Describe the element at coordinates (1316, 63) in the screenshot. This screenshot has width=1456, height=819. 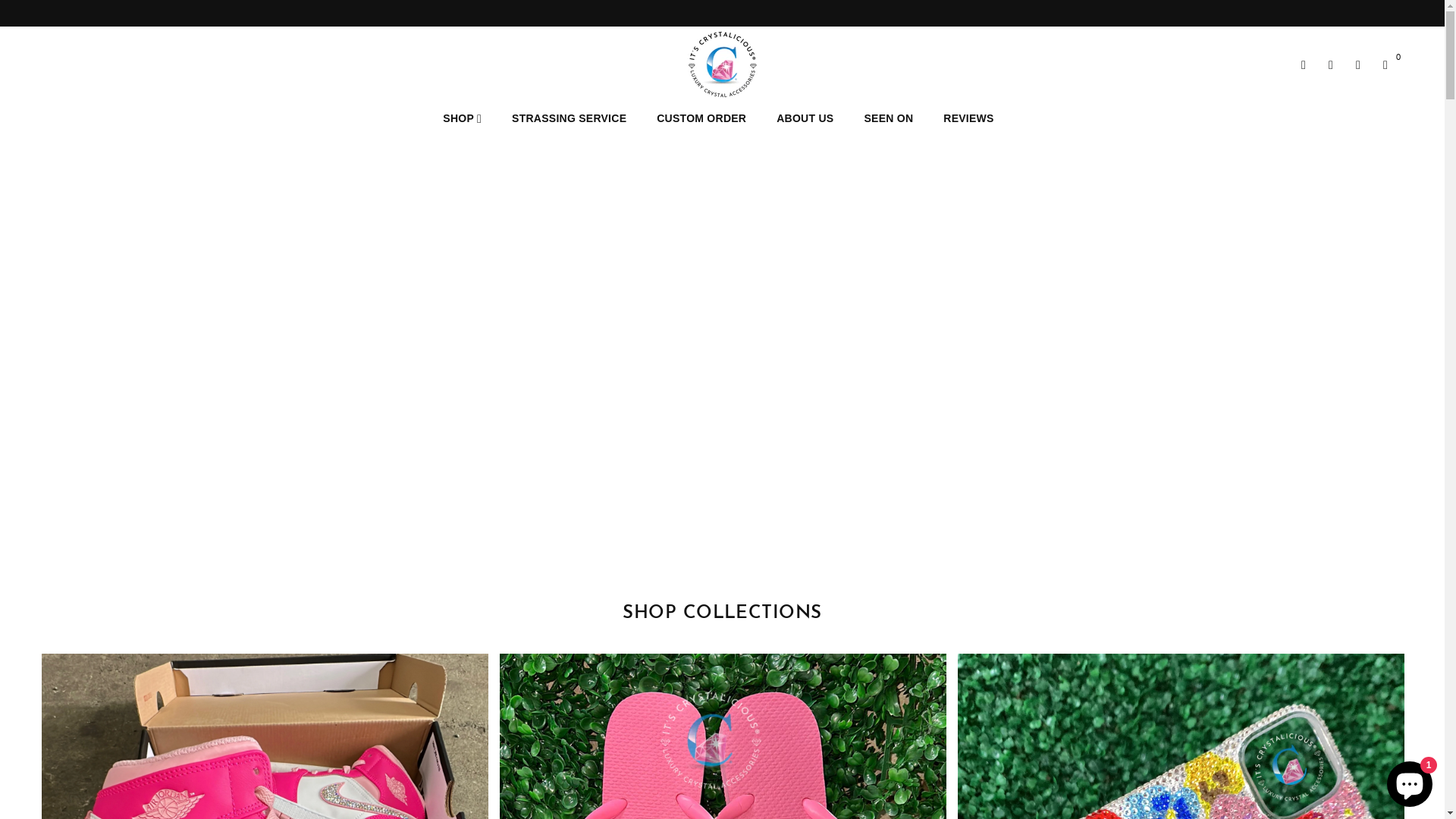
I see `'Settings'` at that location.